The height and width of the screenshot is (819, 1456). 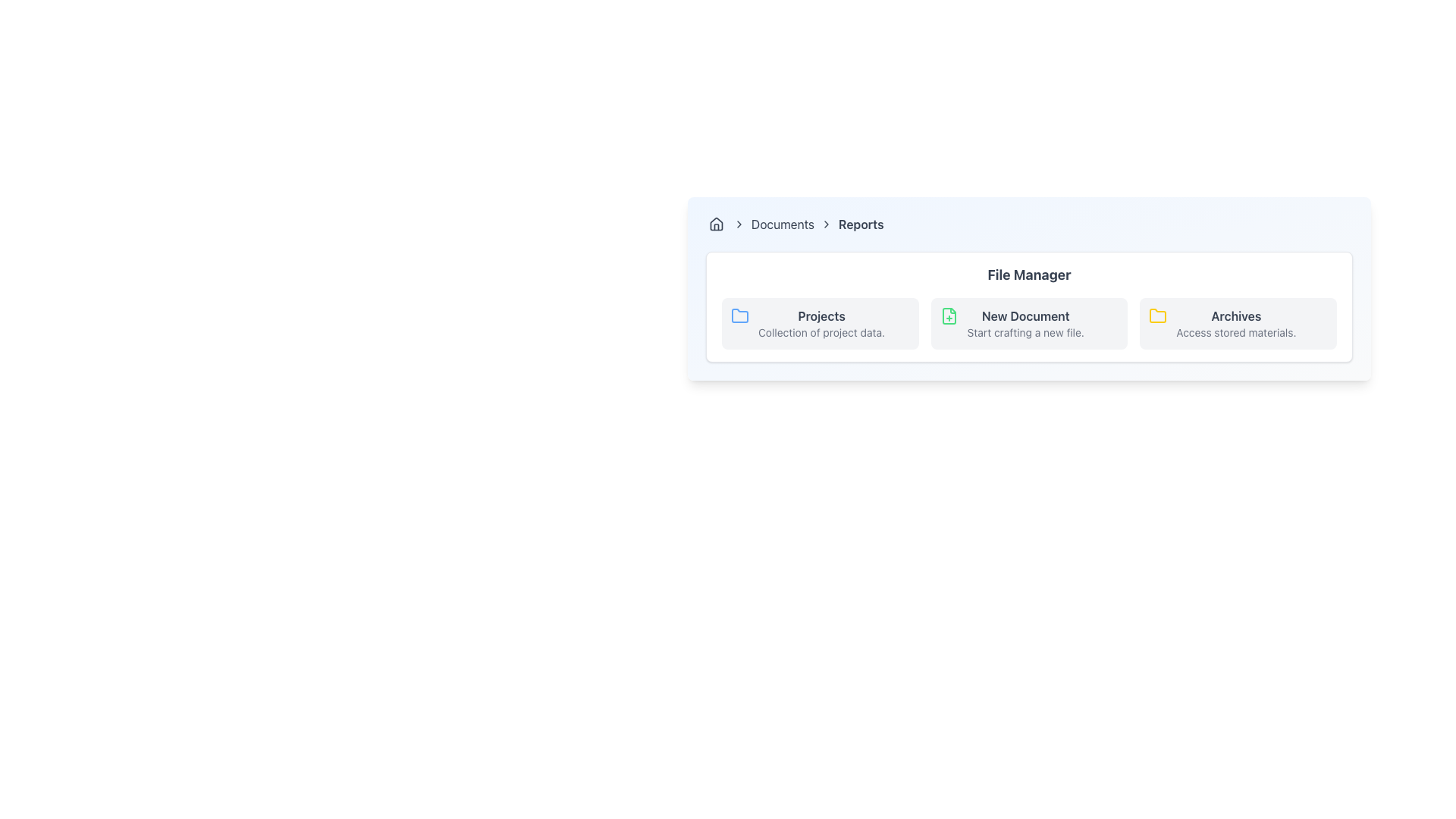 I want to click on the text label with the bold title 'New Document' and the description 'Start crafting a new file.' located in the center of the options under the 'File Manager' header, so click(x=1025, y=323).